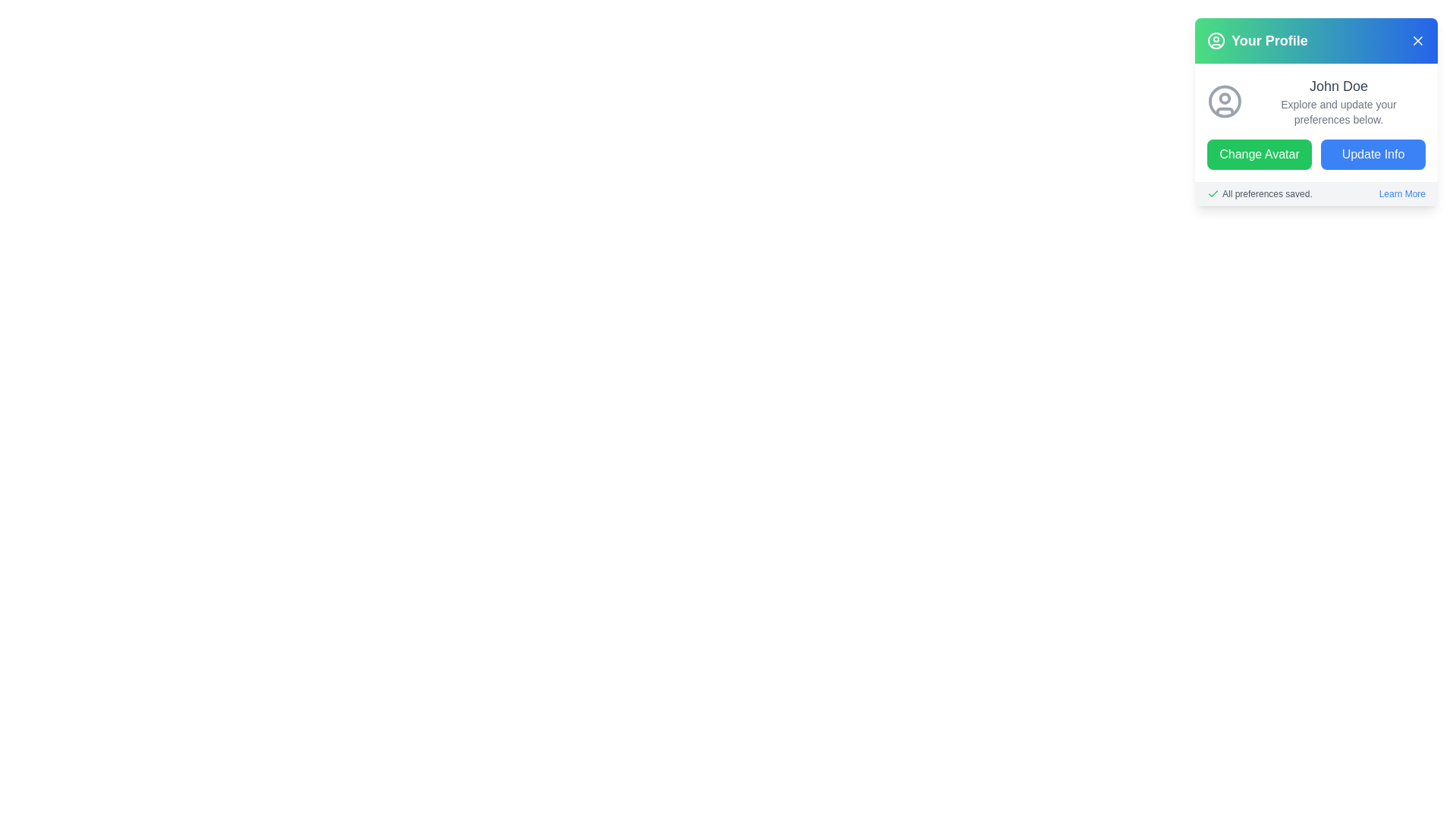 Image resolution: width=1456 pixels, height=819 pixels. What do you see at coordinates (1267, 193) in the screenshot?
I see `the confirmation message text label located at the bottom-left area of the profile card, adjacent to the green checkmark icon` at bounding box center [1267, 193].